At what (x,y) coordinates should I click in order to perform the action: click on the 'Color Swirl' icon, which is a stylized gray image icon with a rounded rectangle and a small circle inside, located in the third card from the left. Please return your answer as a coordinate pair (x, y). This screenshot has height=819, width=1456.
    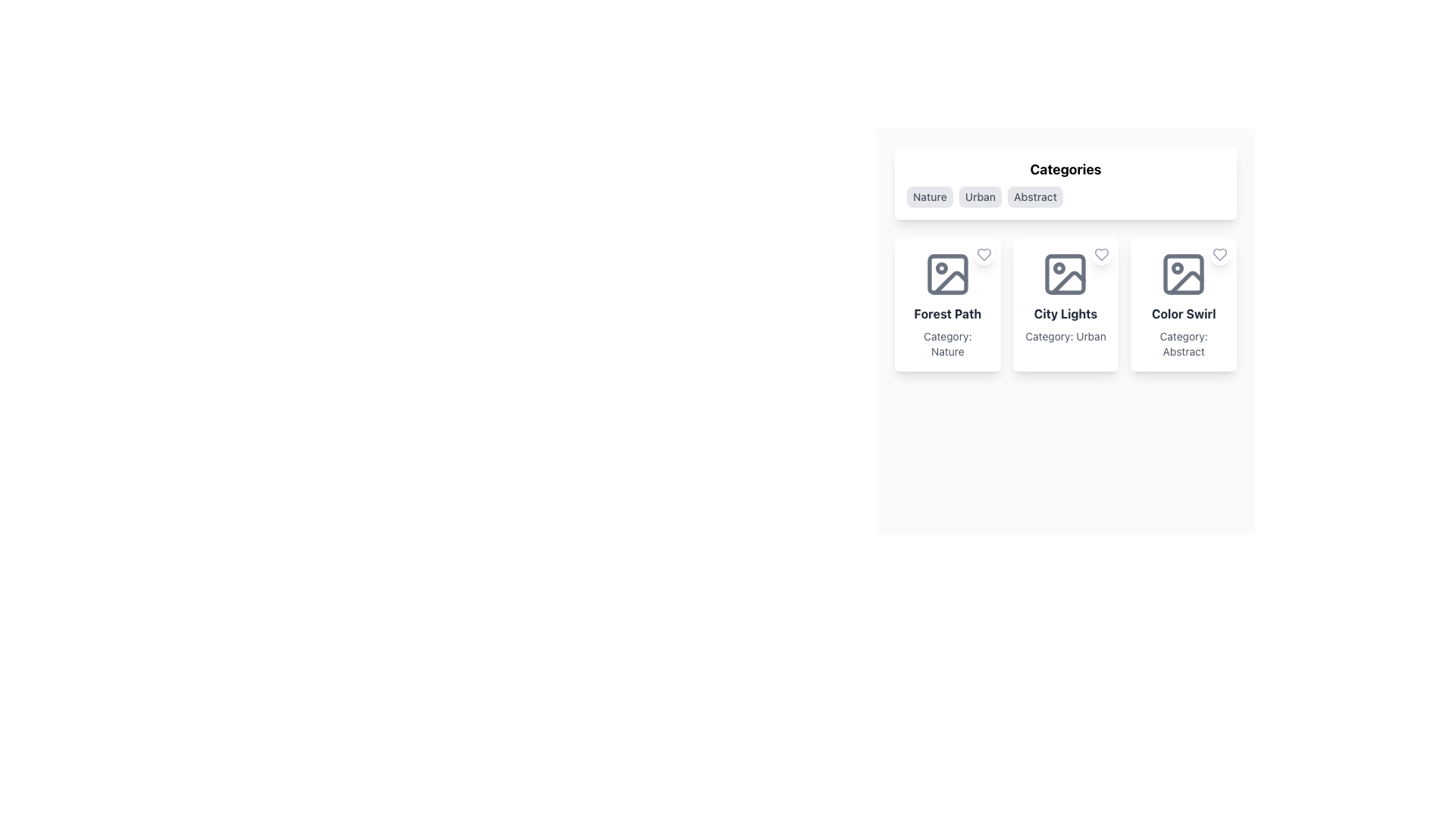
    Looking at the image, I should click on (1183, 275).